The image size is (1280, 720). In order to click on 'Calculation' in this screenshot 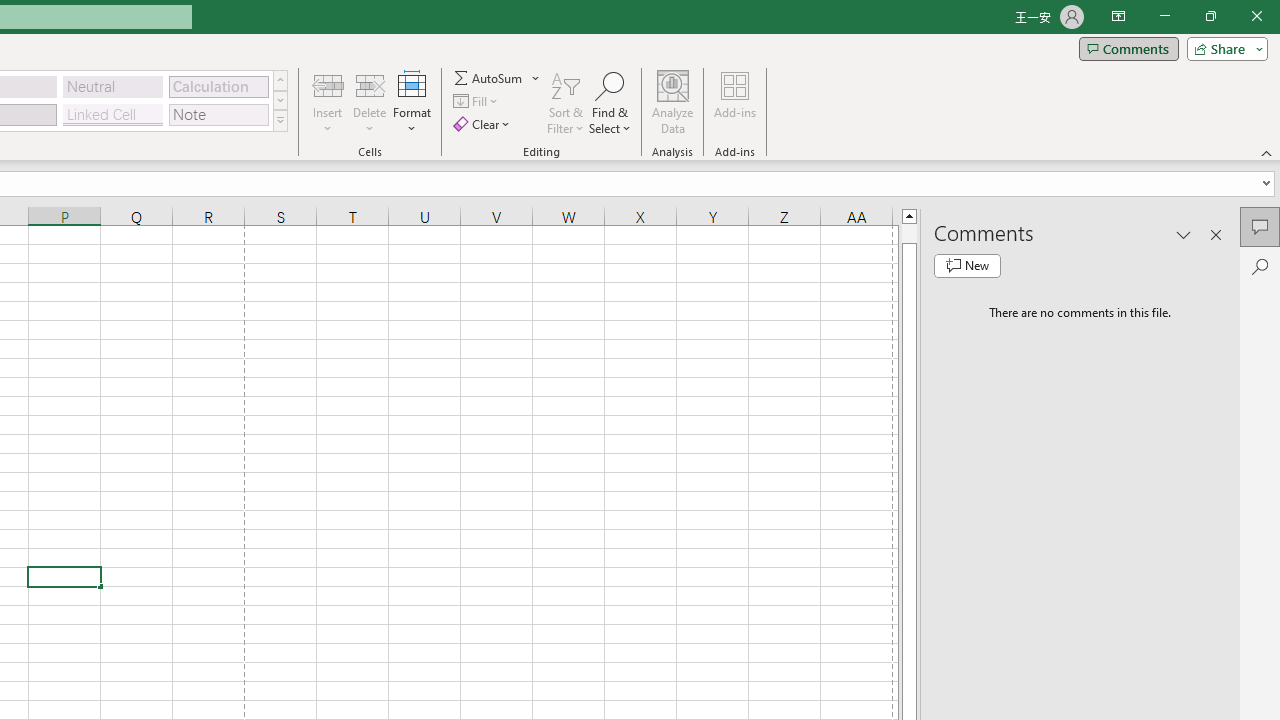, I will do `click(218, 85)`.